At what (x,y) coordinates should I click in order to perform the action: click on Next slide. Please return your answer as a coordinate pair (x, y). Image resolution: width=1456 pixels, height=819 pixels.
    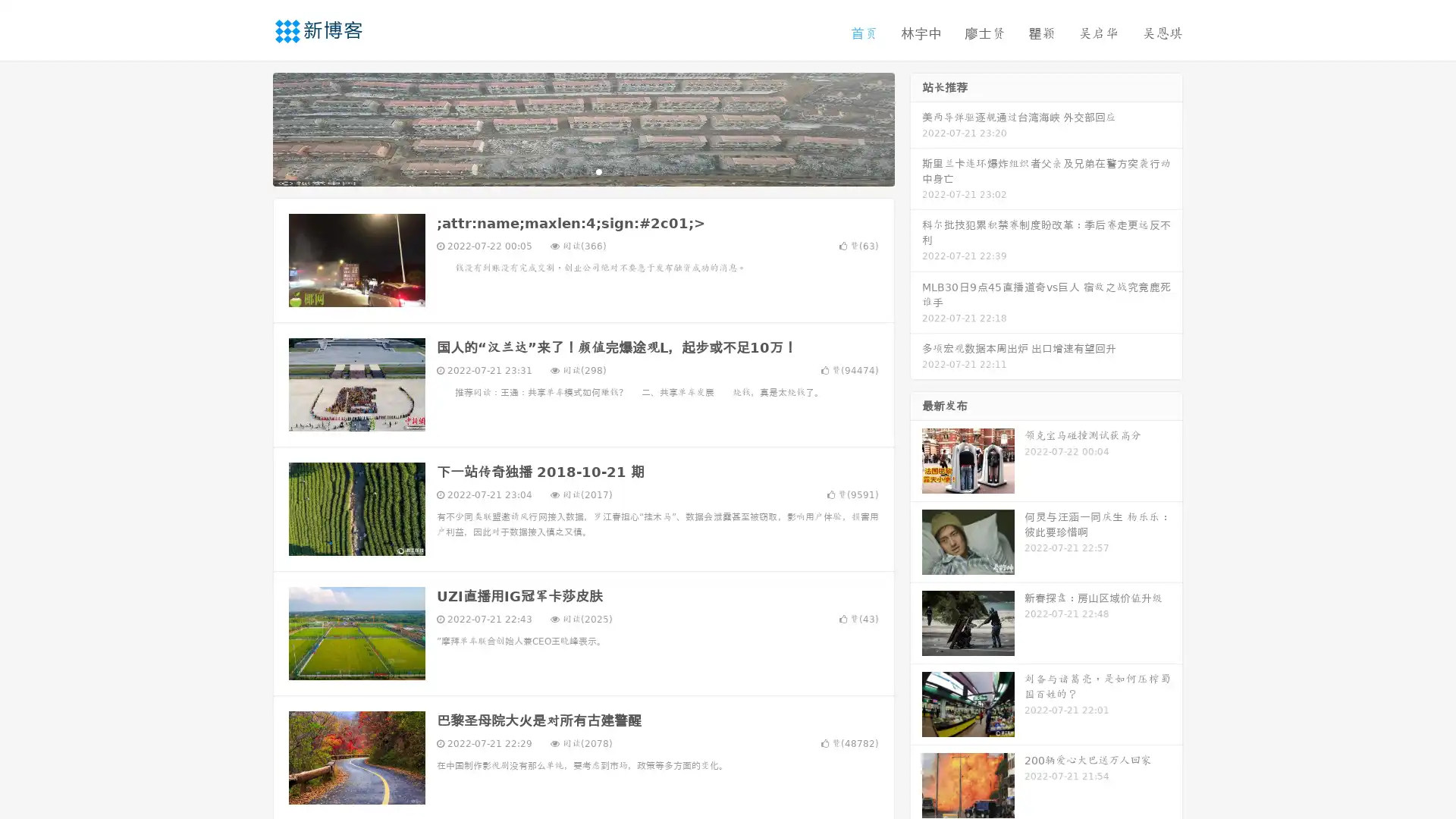
    Looking at the image, I should click on (916, 127).